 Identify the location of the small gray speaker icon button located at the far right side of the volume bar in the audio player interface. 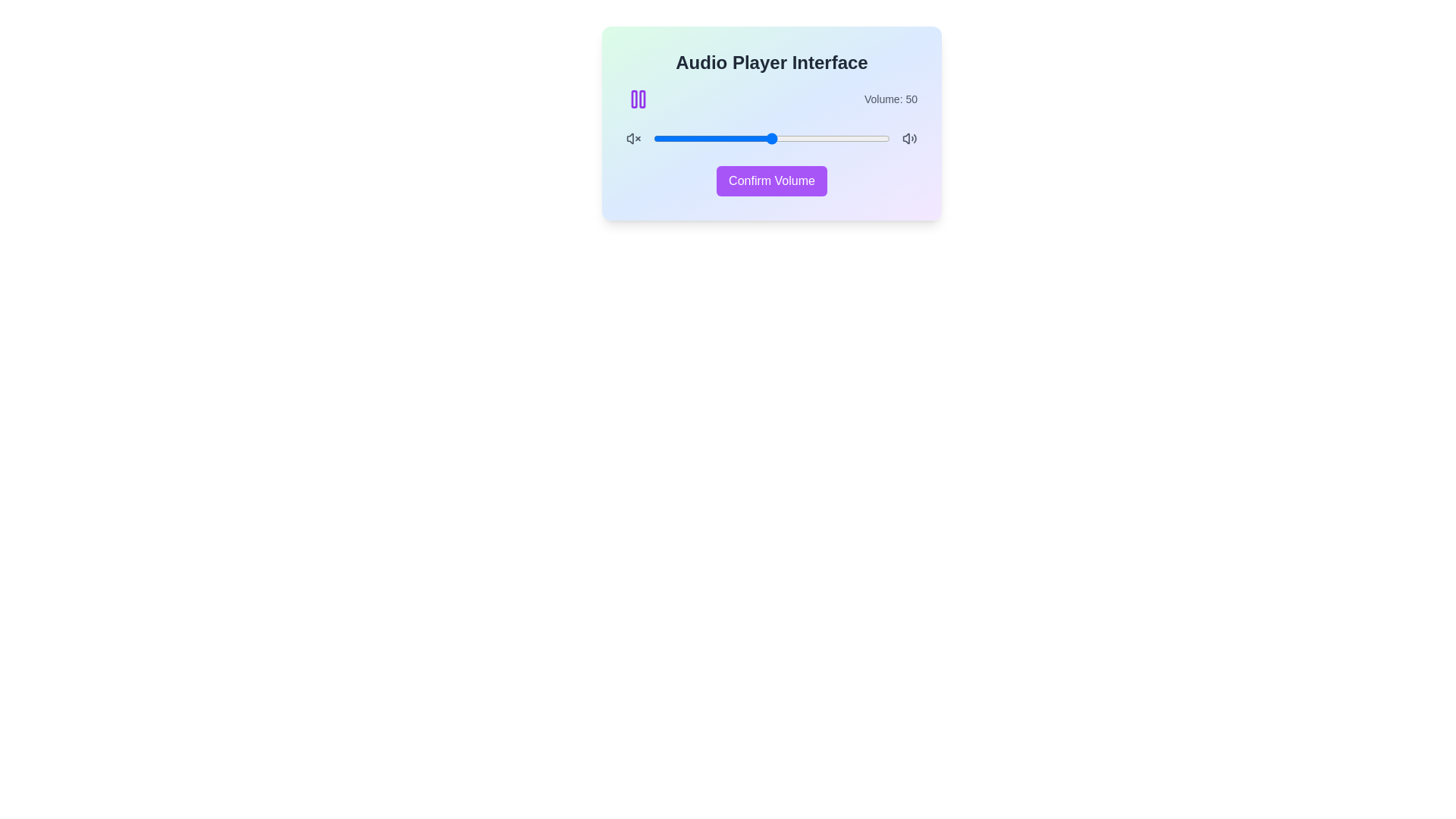
(906, 138).